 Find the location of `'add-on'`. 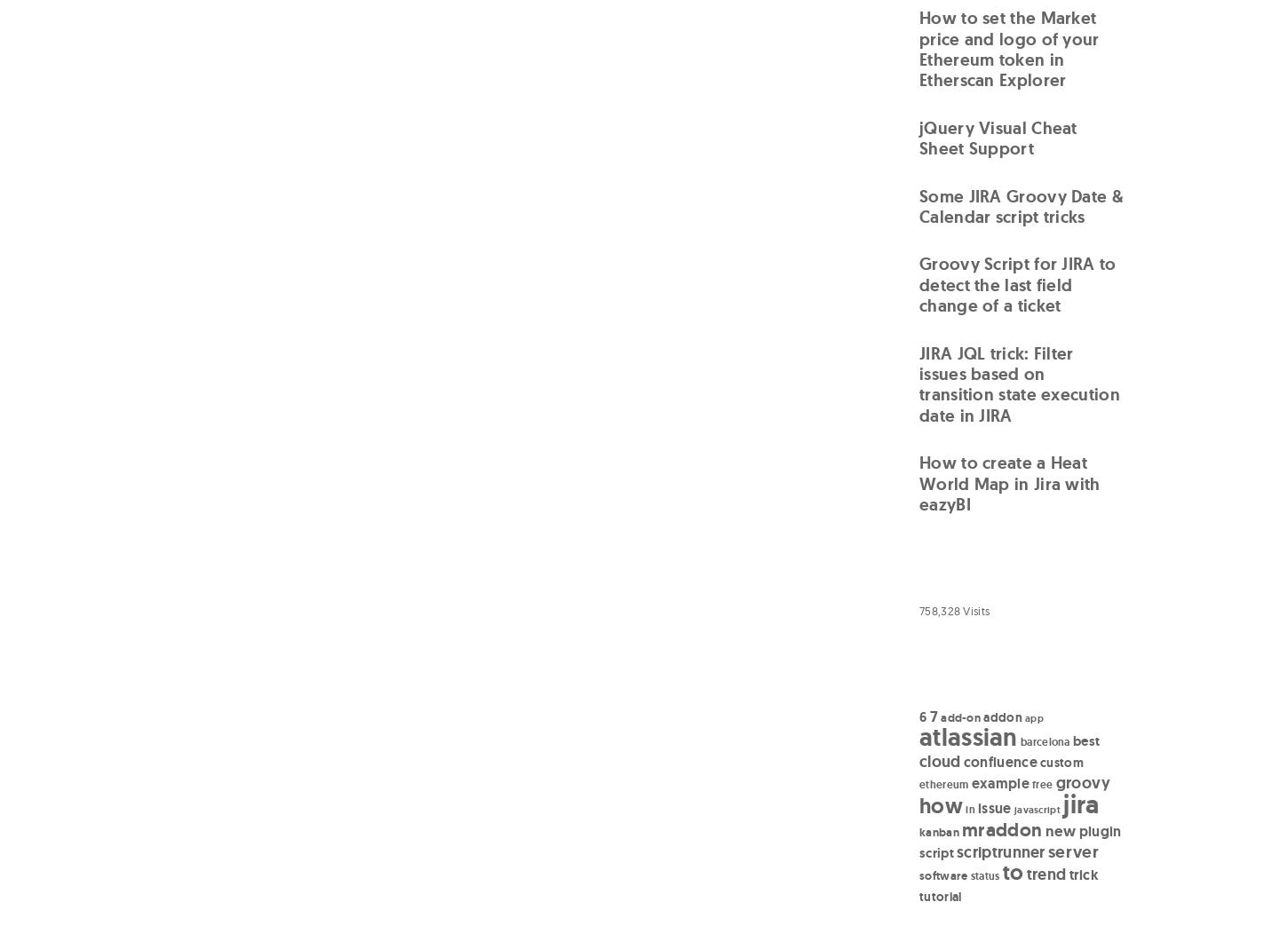

'add-on' is located at coordinates (940, 715).